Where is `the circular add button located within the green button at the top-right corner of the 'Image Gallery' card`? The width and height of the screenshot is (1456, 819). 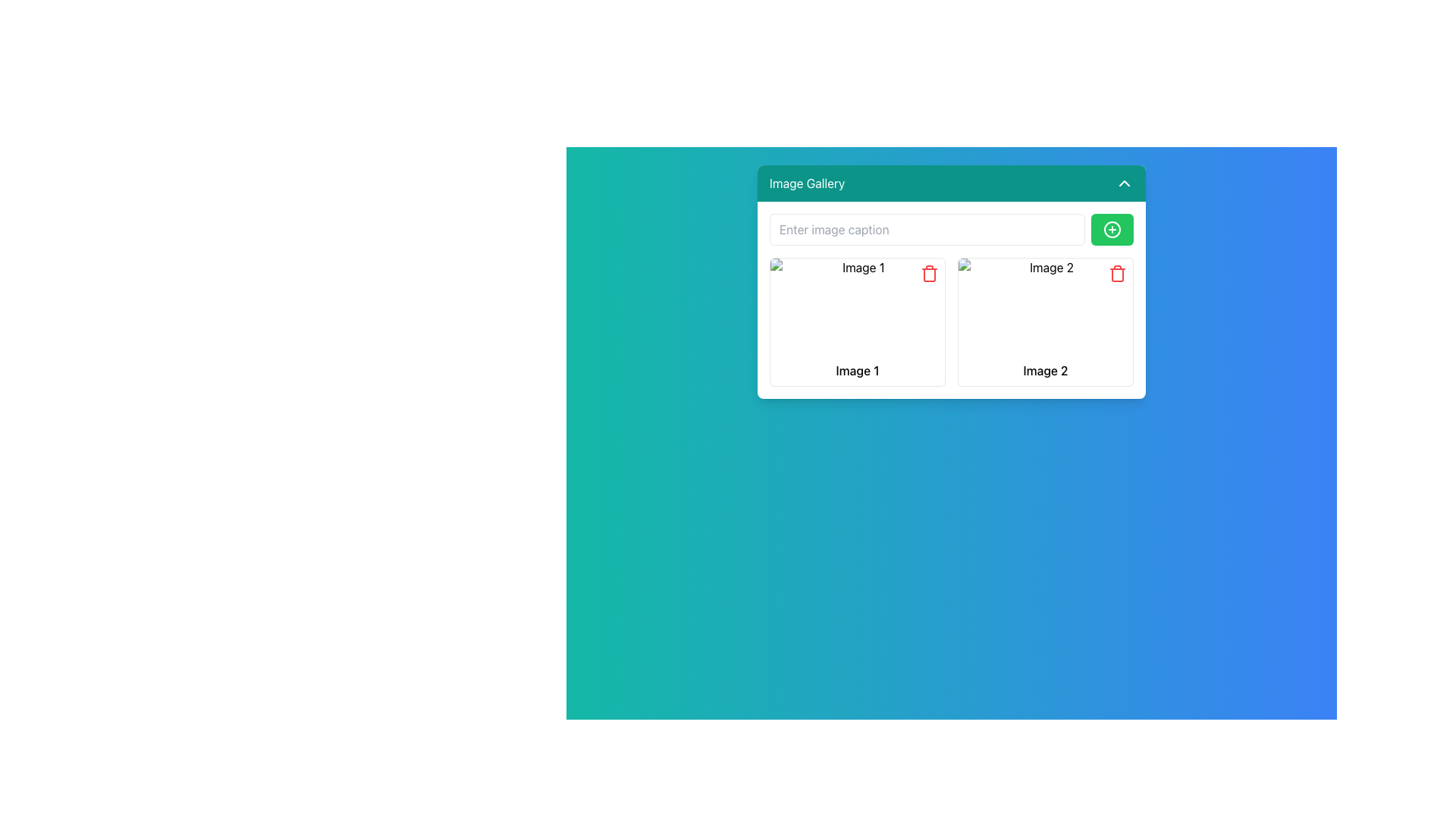 the circular add button located within the green button at the top-right corner of the 'Image Gallery' card is located at coordinates (1112, 230).